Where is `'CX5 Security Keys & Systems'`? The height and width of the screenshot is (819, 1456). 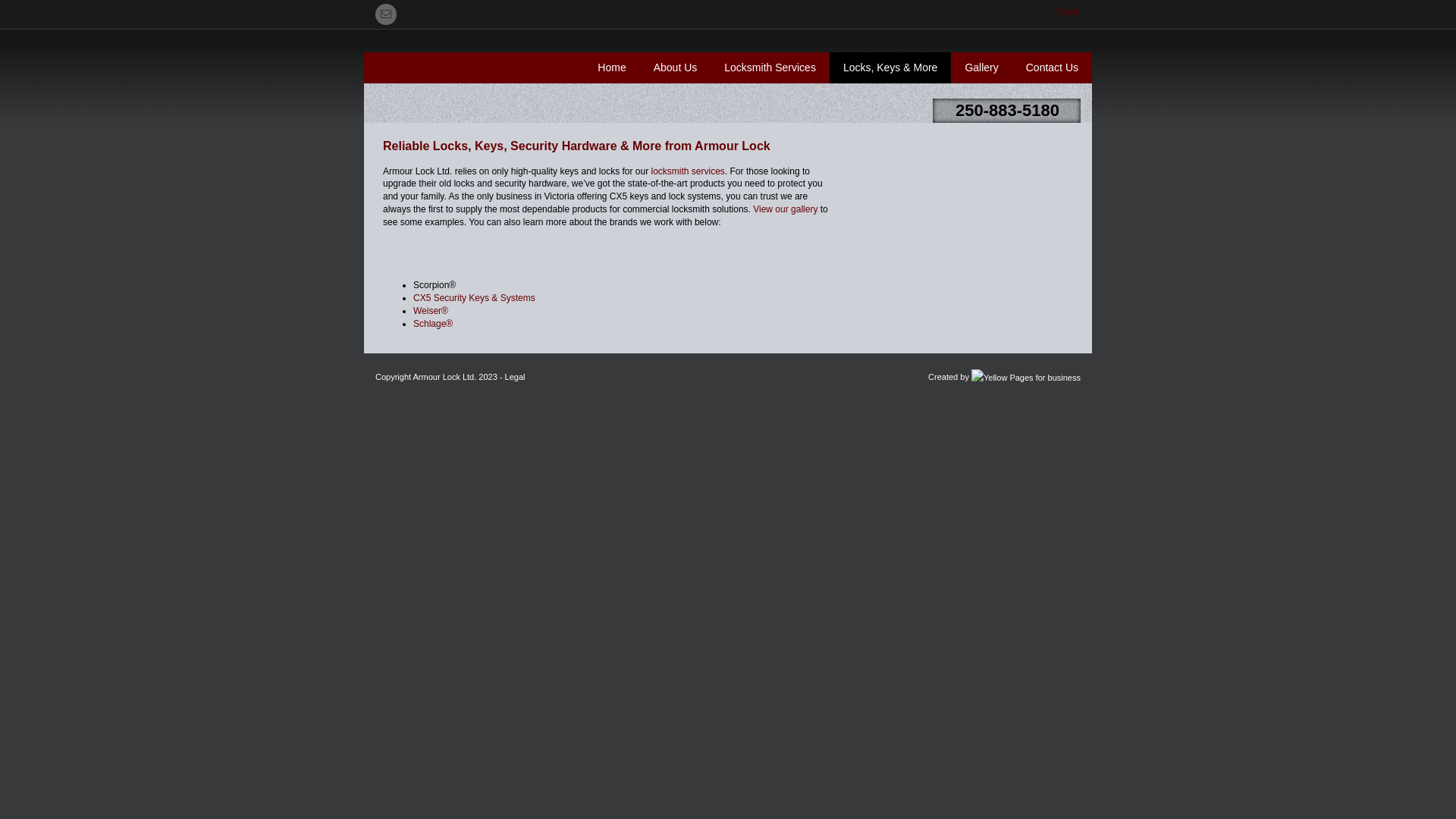 'CX5 Security Keys & Systems' is located at coordinates (473, 298).